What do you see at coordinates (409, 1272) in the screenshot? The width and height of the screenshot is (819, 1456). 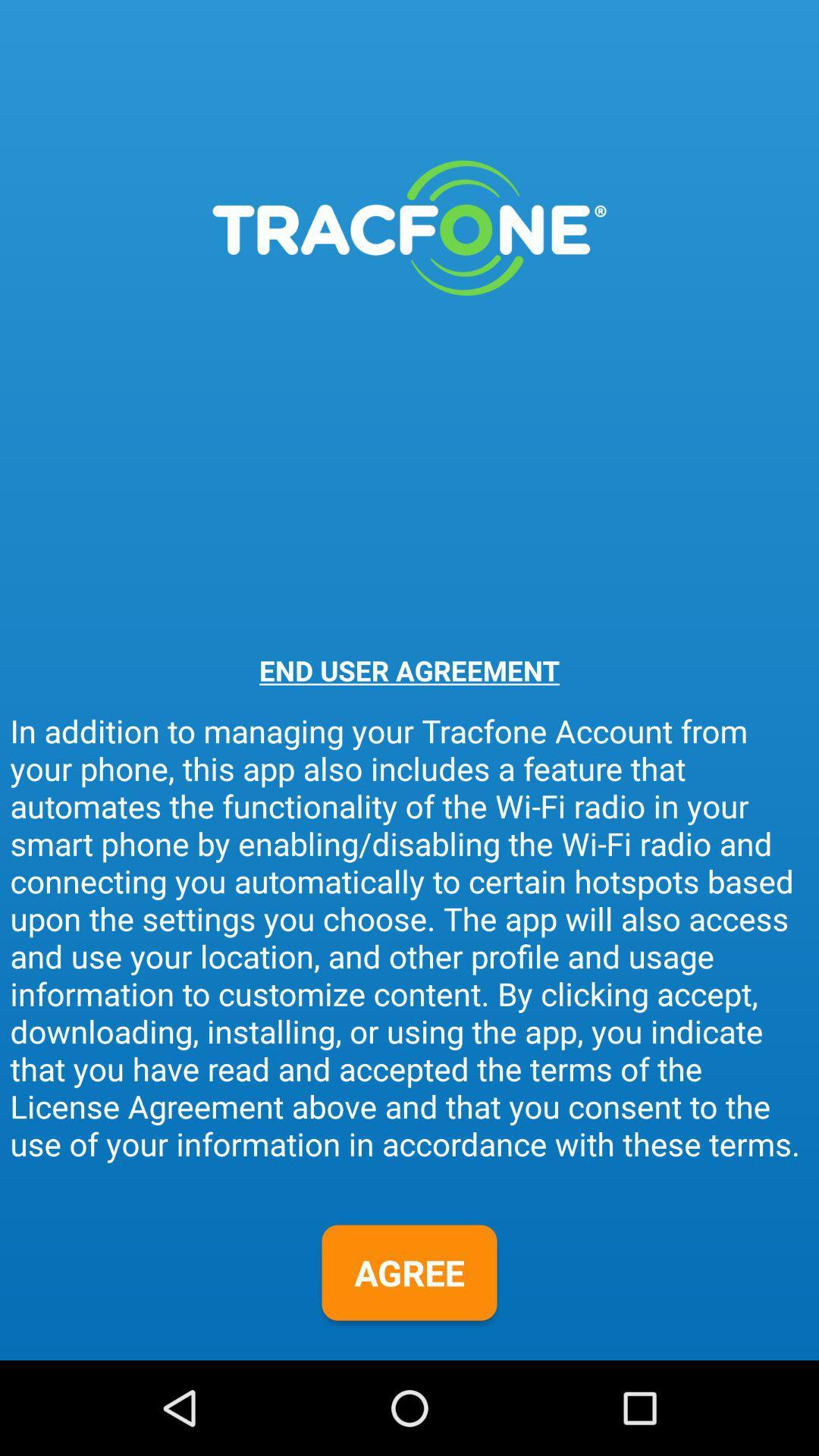 I see `agree item` at bounding box center [409, 1272].